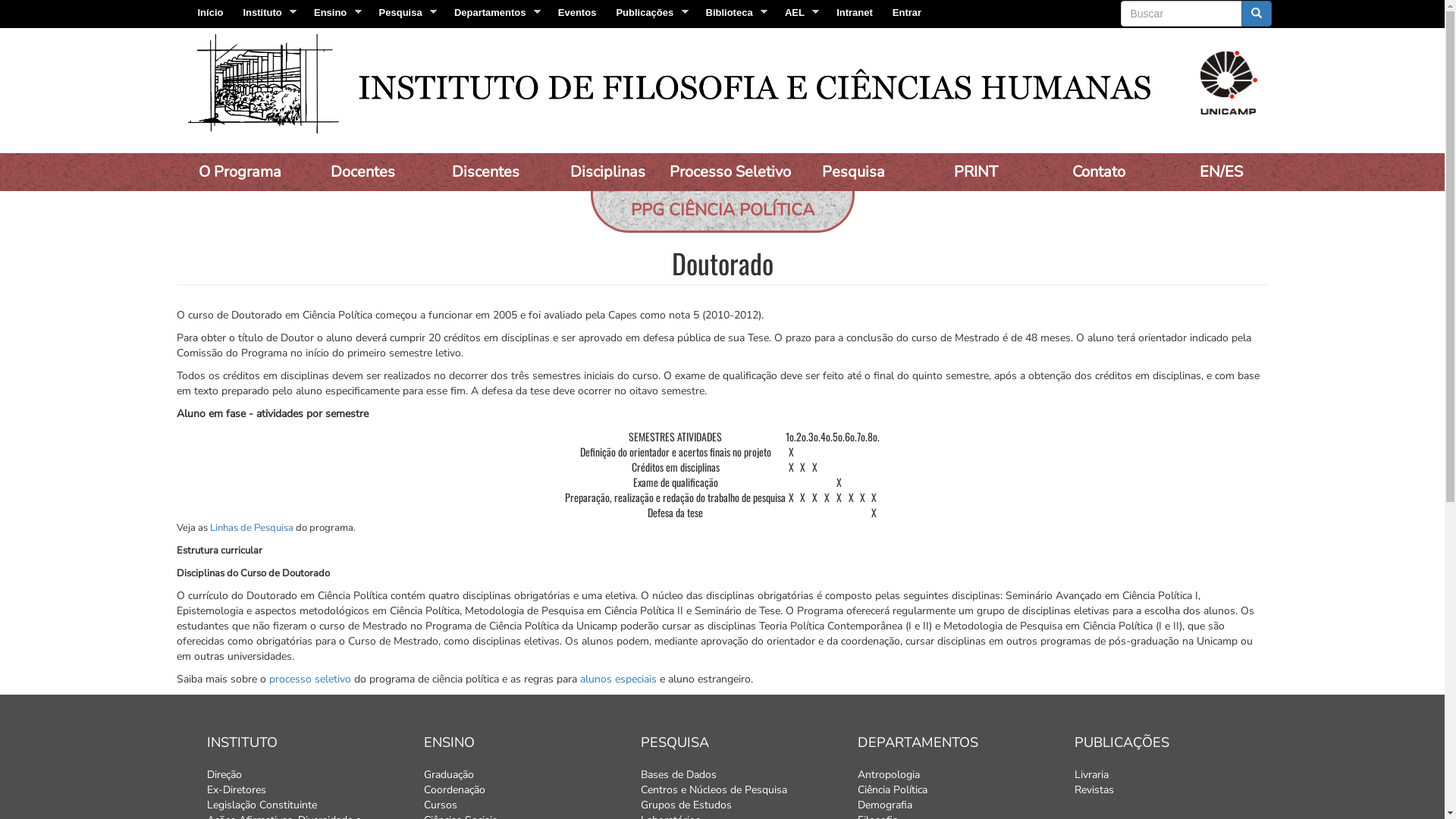  What do you see at coordinates (175, 171) in the screenshot?
I see `'O Programa'` at bounding box center [175, 171].